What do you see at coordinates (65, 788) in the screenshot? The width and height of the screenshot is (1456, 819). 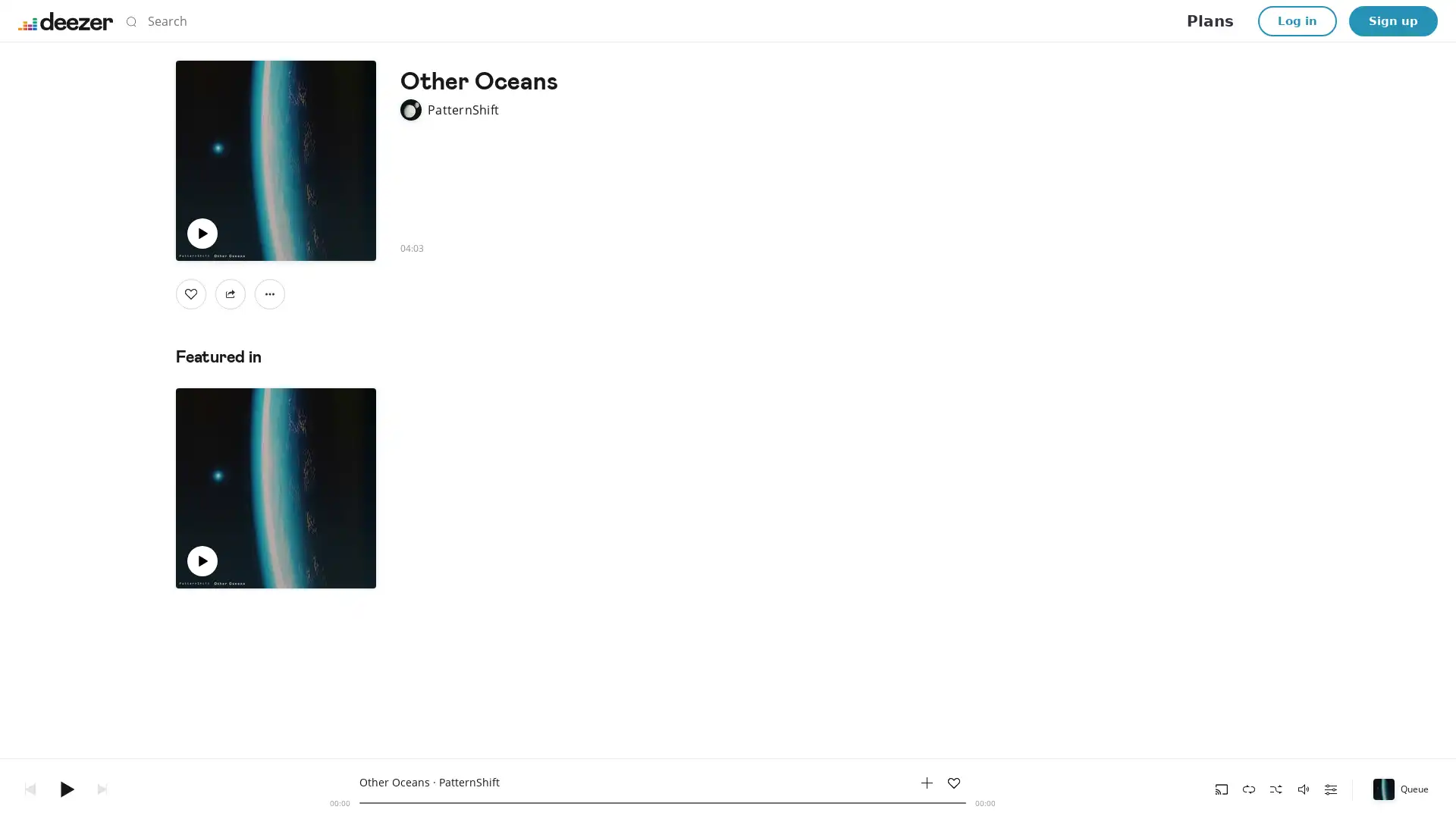 I see `Play` at bounding box center [65, 788].